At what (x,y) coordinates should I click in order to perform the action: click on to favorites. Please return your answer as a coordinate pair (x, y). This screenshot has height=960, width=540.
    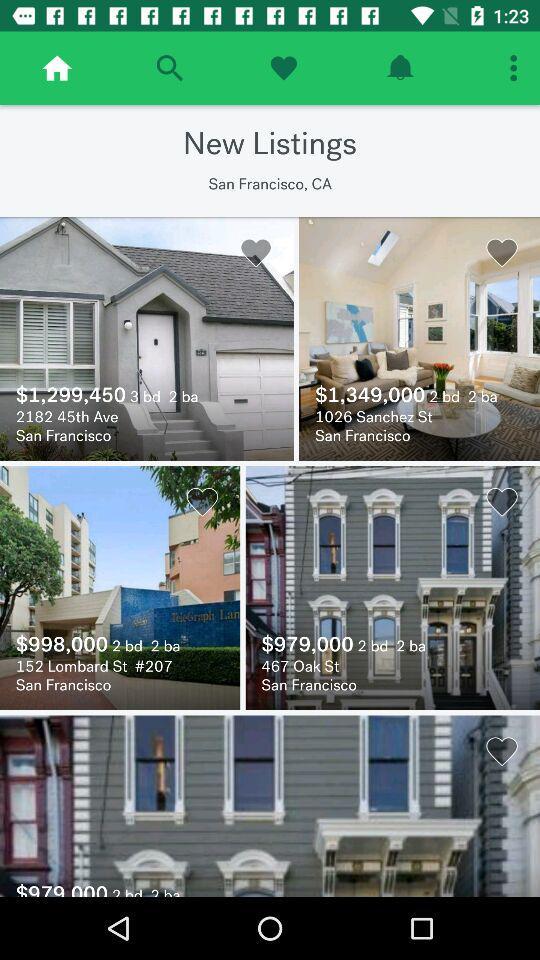
    Looking at the image, I should click on (282, 68).